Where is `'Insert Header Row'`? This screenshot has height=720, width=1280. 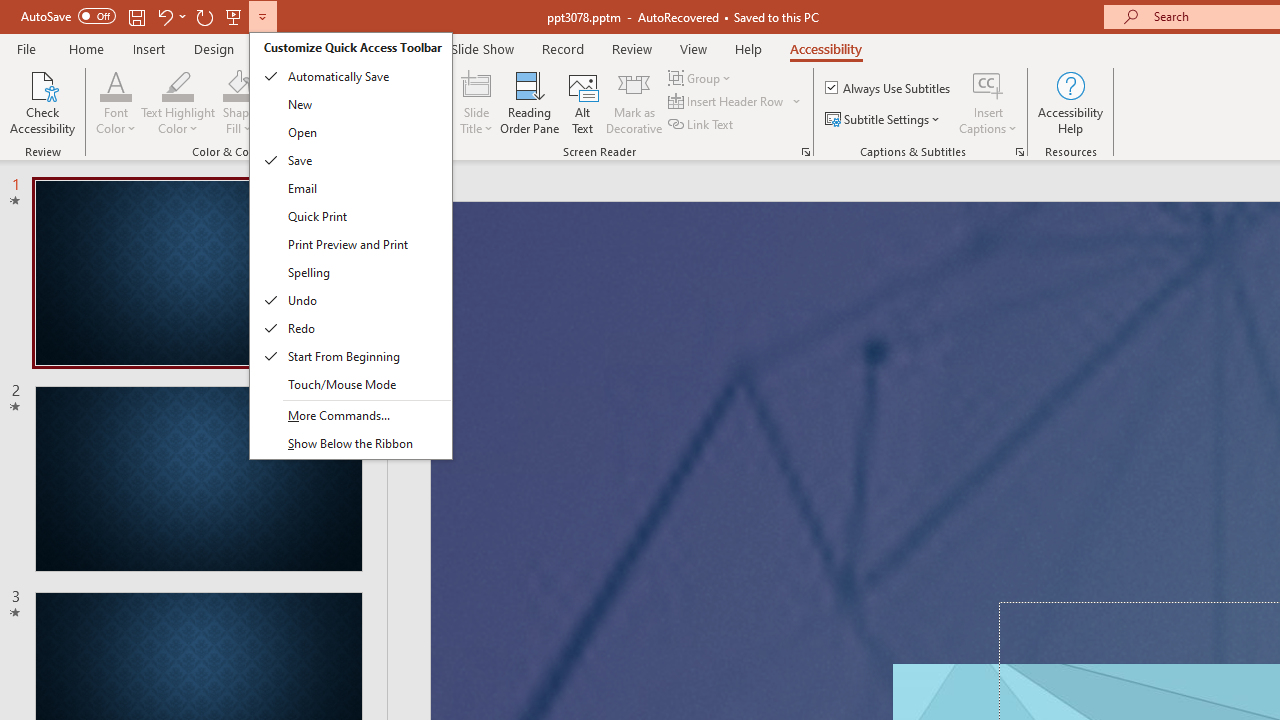 'Insert Header Row' is located at coordinates (735, 101).